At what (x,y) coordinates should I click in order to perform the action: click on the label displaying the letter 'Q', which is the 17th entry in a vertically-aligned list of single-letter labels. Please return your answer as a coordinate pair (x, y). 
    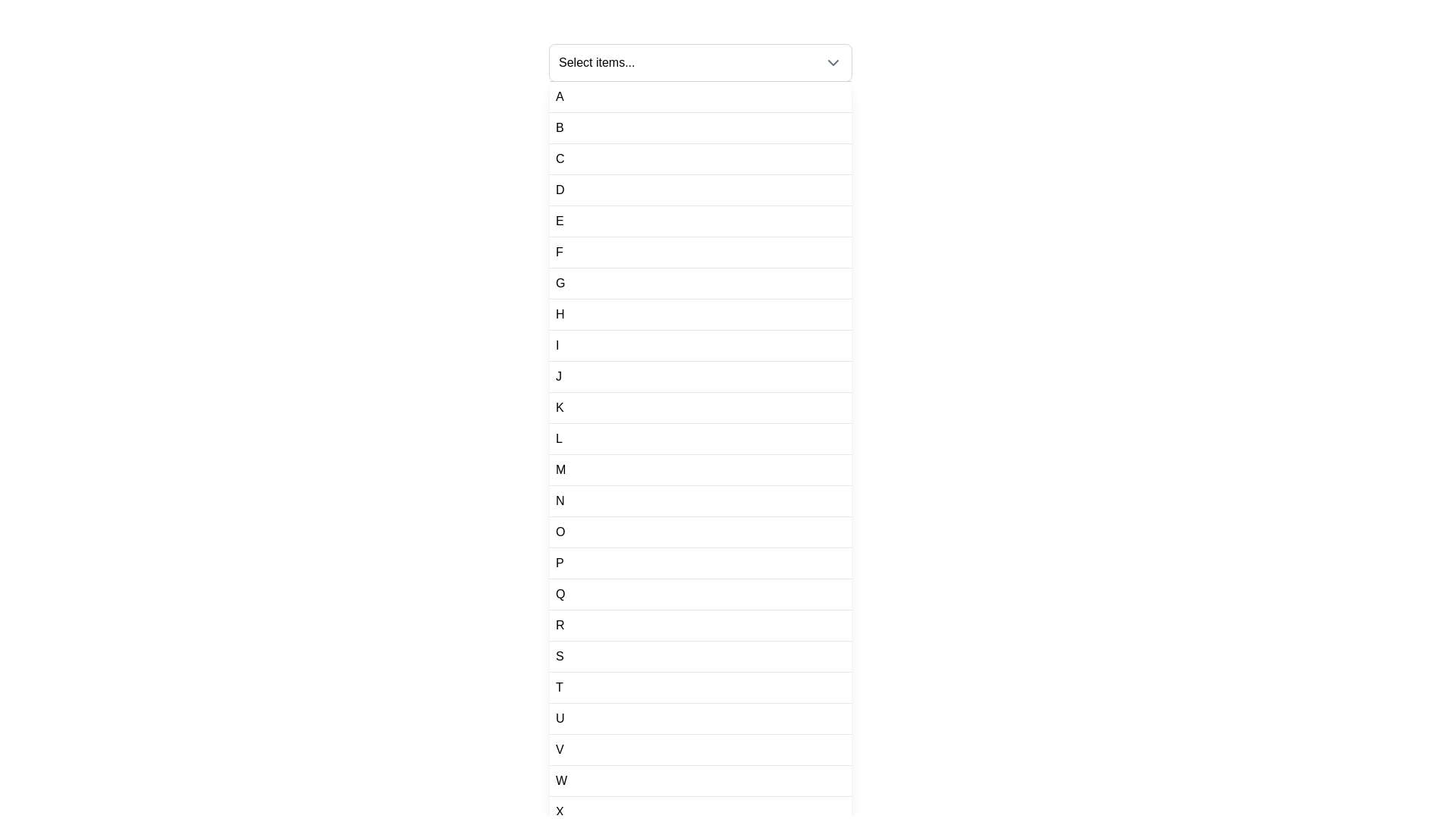
    Looking at the image, I should click on (560, 593).